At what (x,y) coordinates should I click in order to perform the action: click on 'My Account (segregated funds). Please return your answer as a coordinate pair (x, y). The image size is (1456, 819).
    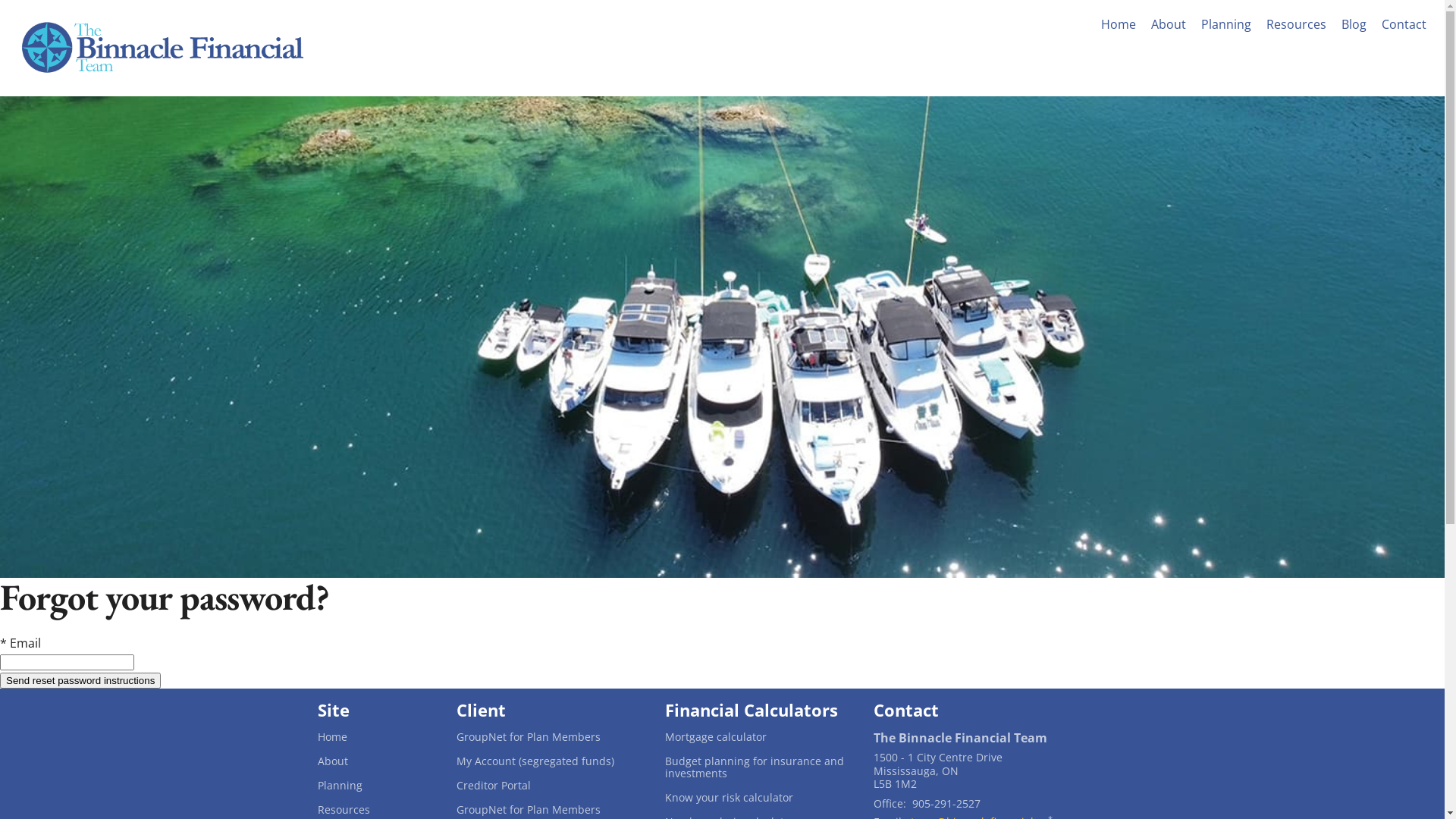
    Looking at the image, I should click on (548, 761).